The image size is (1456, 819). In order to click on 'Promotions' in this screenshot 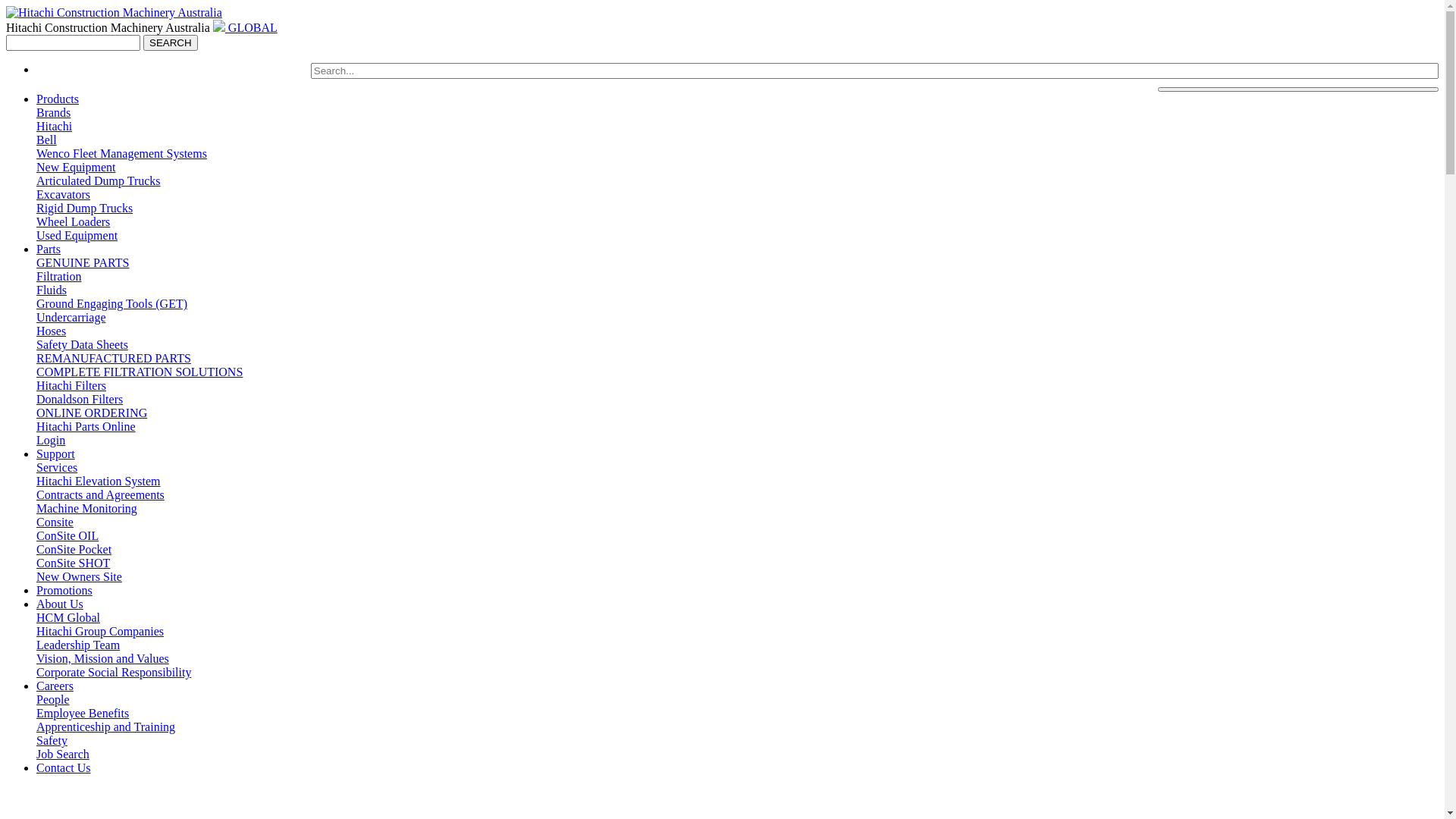, I will do `click(64, 589)`.